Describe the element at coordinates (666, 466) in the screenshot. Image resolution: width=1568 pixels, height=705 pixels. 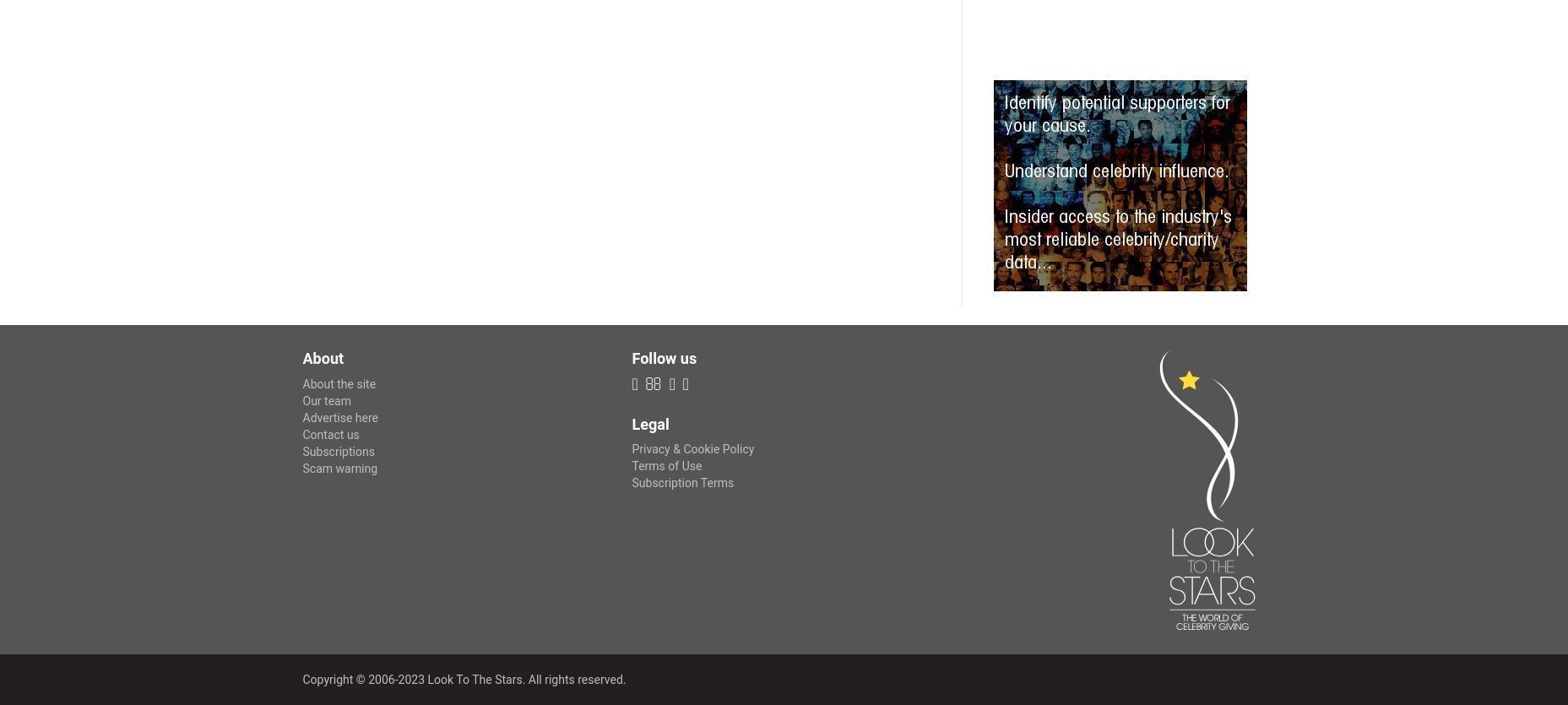
I see `'Terms of Use'` at that location.